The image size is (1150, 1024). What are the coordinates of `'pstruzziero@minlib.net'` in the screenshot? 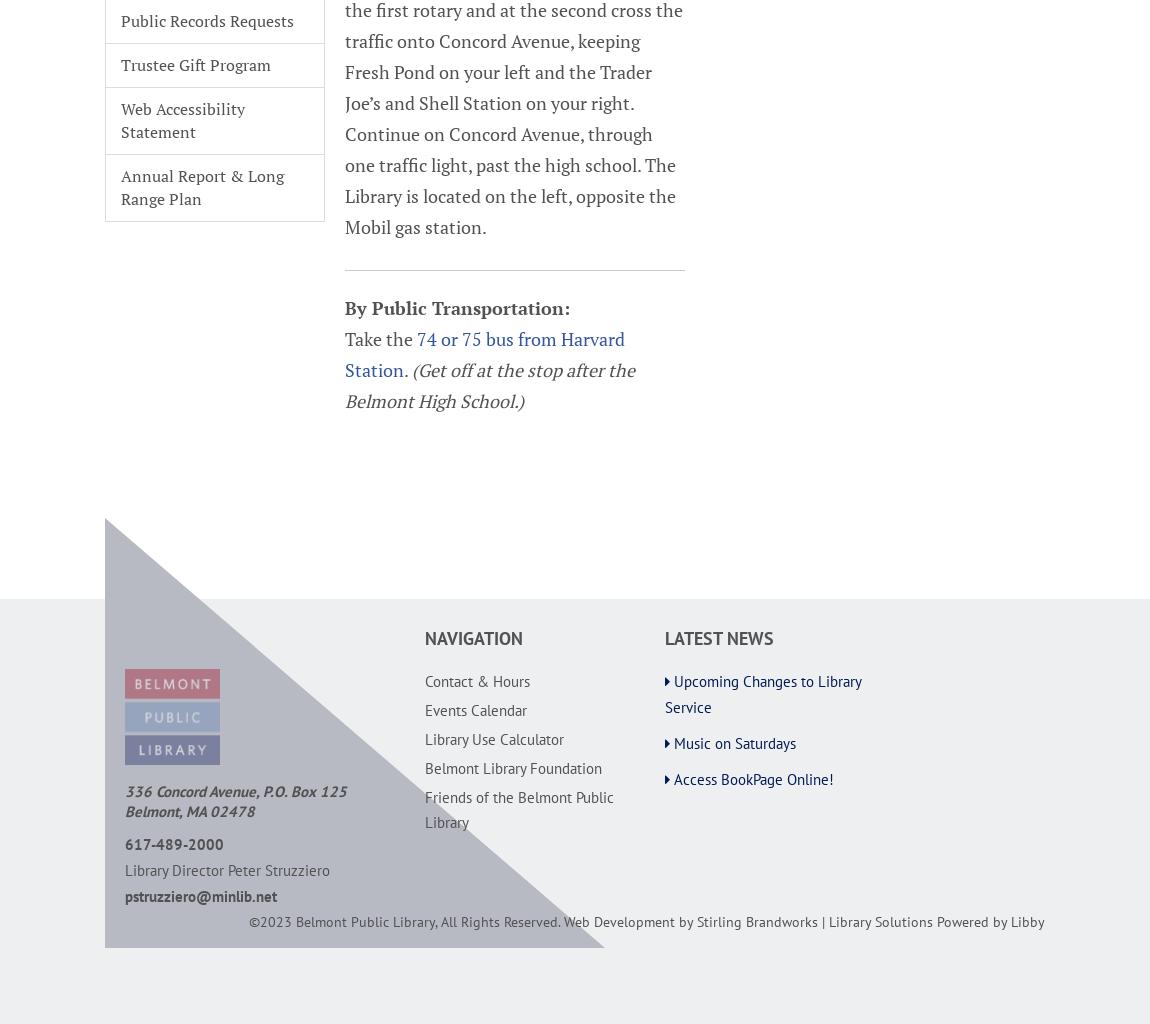 It's located at (200, 896).